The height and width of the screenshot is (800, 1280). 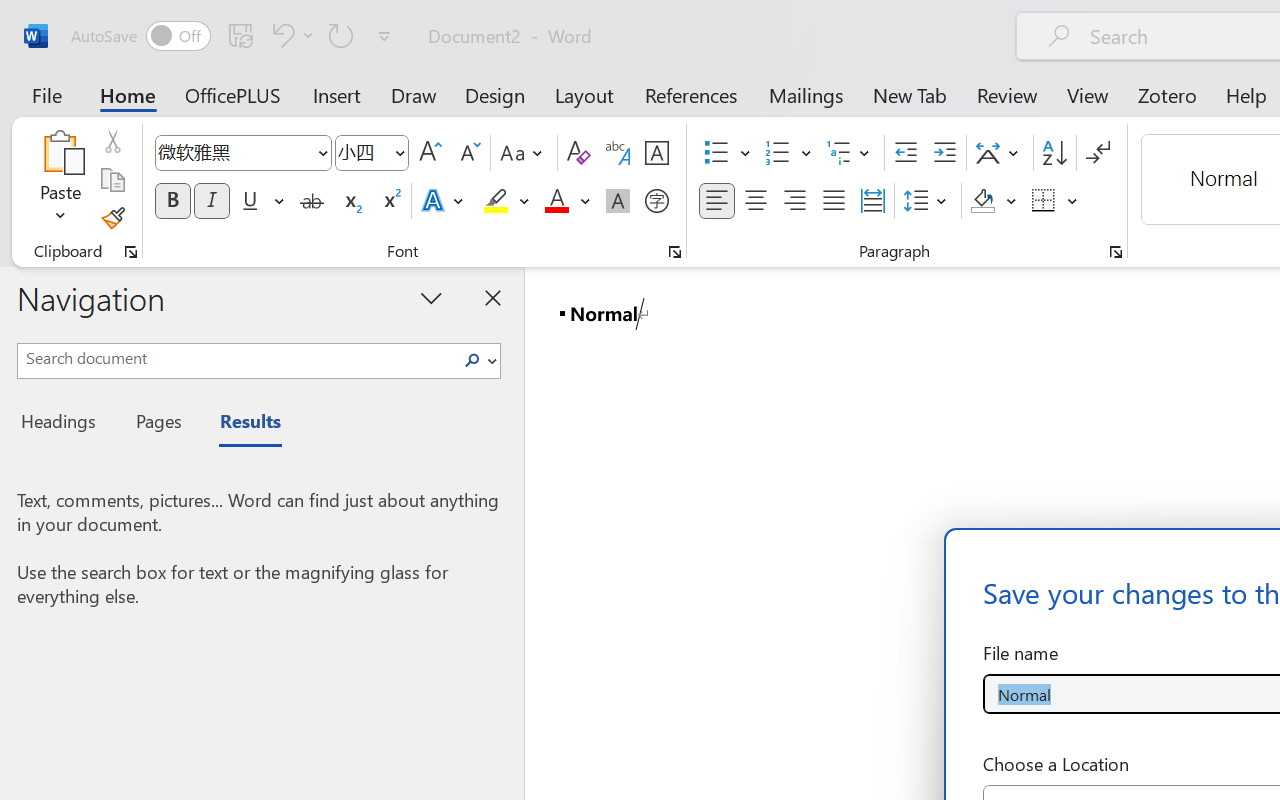 I want to click on 'Numbering', so click(x=788, y=153).